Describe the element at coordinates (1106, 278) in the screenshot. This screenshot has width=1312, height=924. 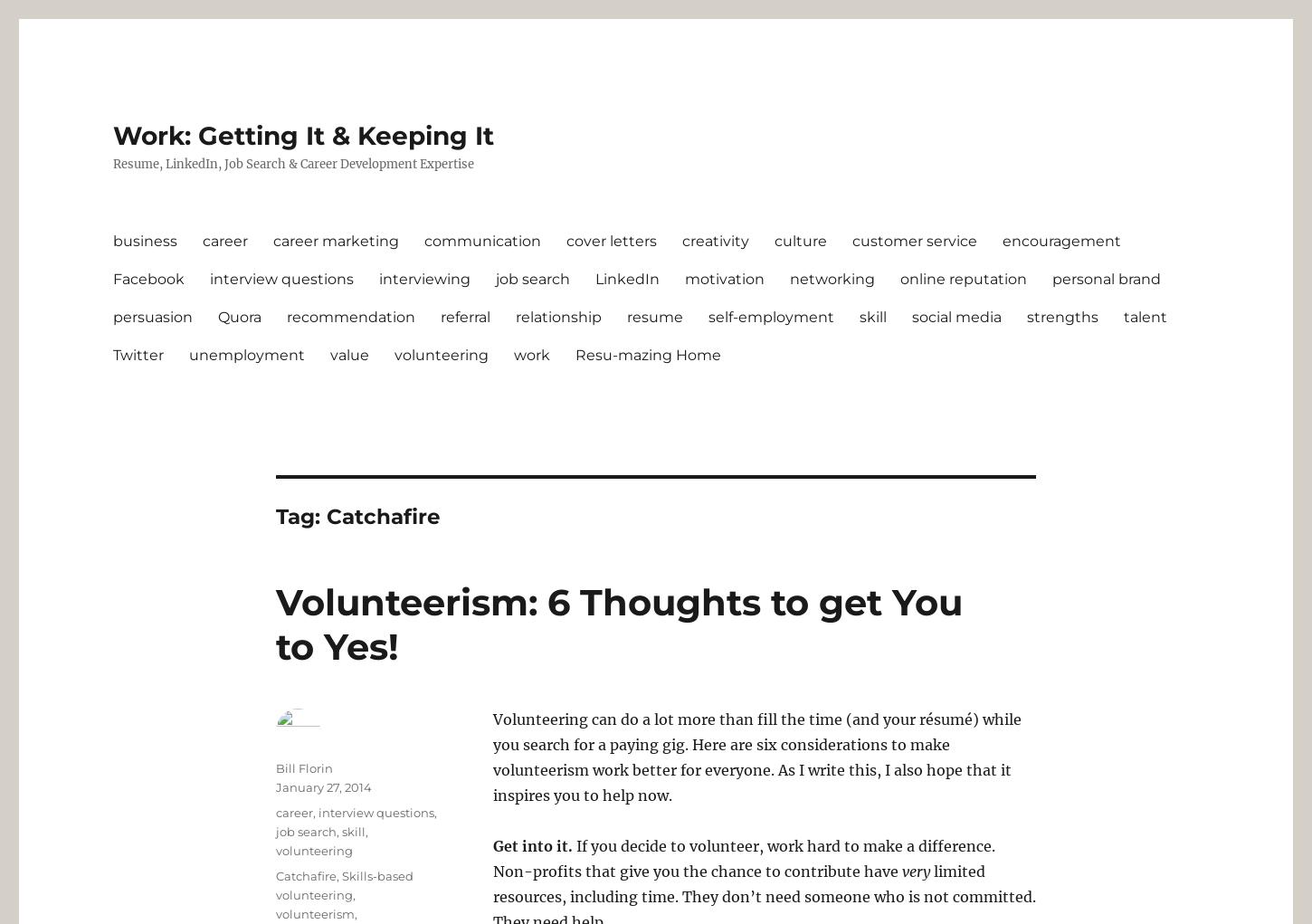
I see `'personal brand'` at that location.